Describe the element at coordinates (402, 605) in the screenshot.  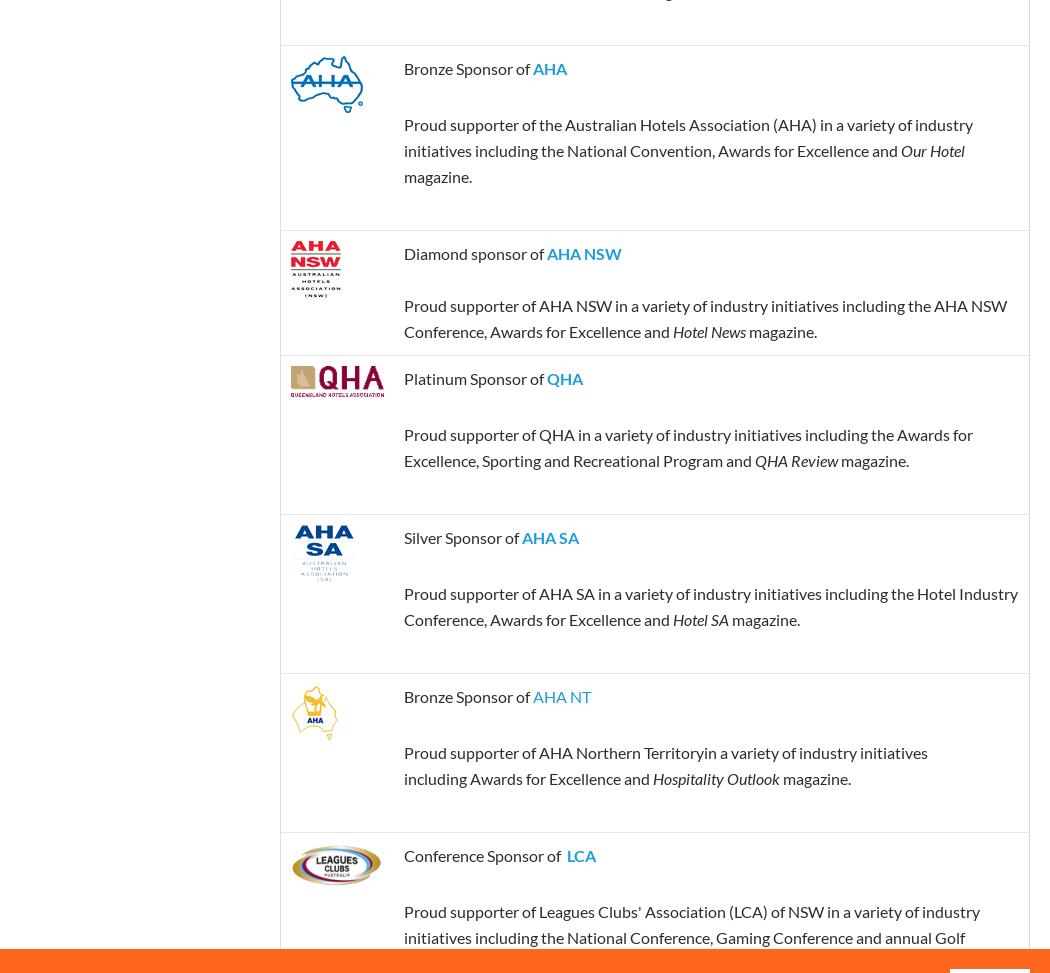
I see `'Proud supporter of AHA SA in a variety of industry initiatives including the Hotel Industry Conference, Awards for Excellence and'` at that location.